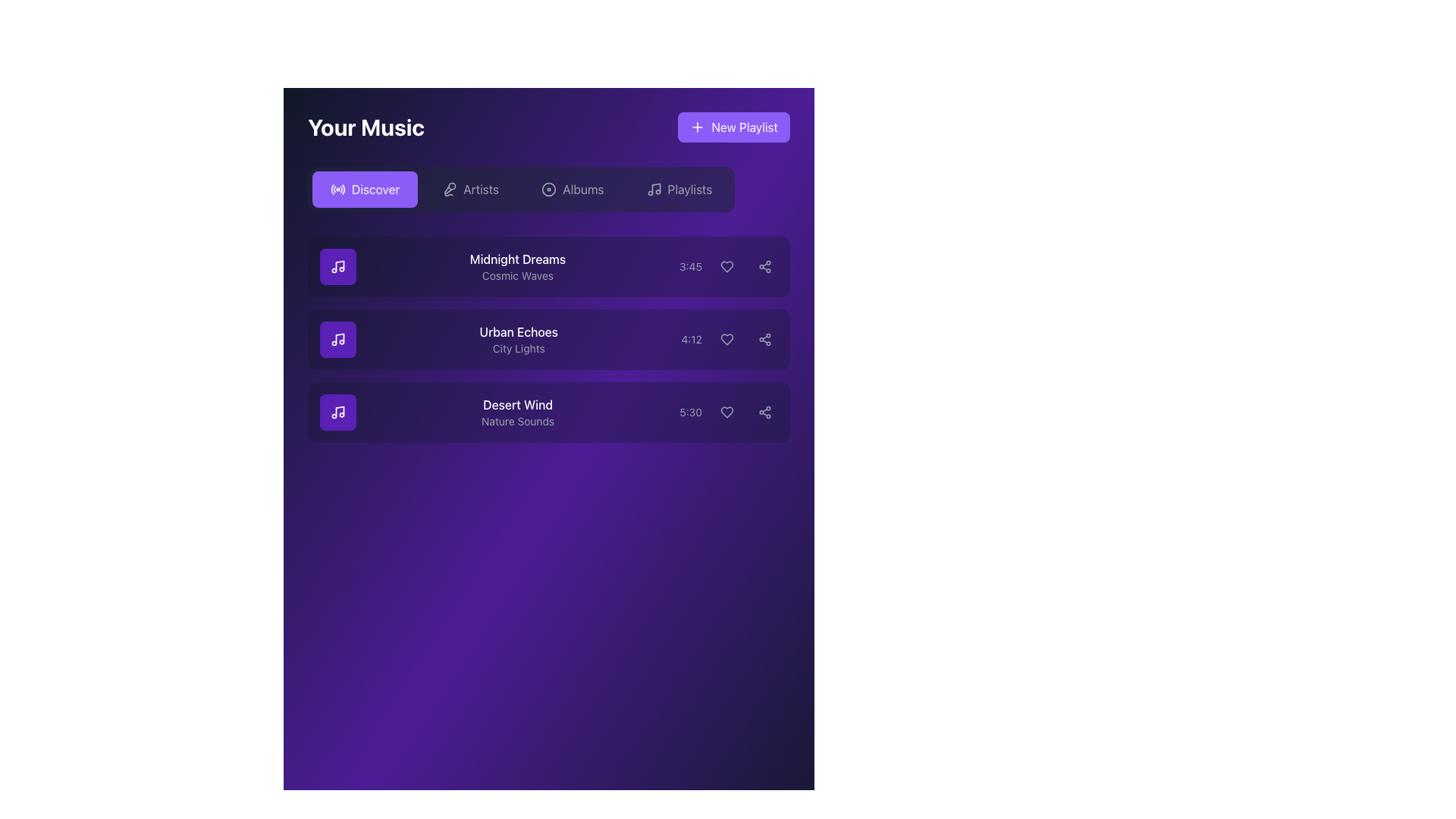 This screenshot has width=1456, height=819. I want to click on the share icon represented by three connected circles forming a triangular structure, located to the rightmost side of the third track entry labeled 'Desert Wind', to initiate sharing, so click(764, 412).